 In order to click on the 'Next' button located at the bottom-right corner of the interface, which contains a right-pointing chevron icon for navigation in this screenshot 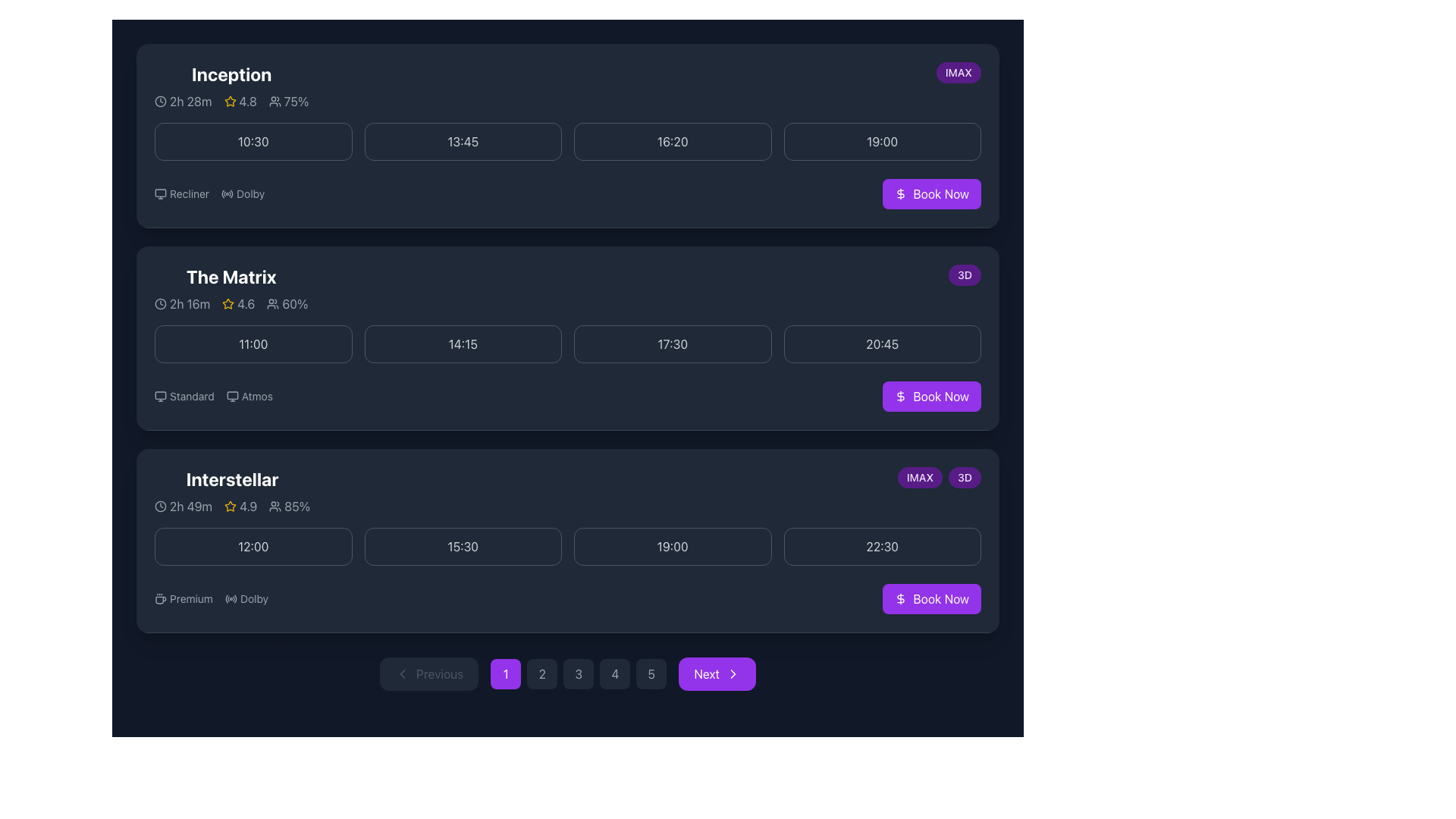, I will do `click(733, 673)`.